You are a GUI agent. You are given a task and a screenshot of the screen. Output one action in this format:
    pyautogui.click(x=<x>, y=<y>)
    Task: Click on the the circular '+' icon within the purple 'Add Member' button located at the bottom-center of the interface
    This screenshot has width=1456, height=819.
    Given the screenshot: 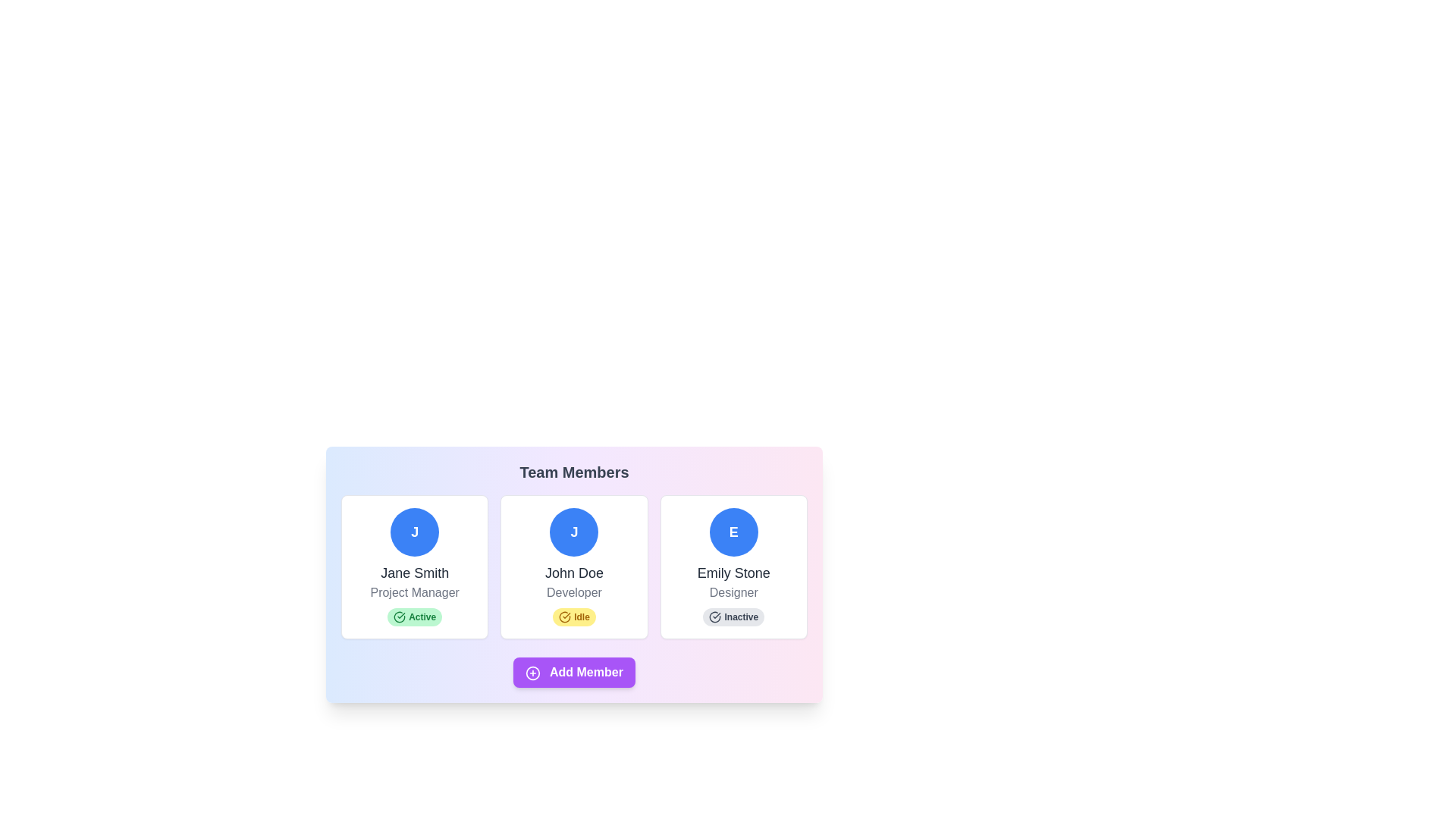 What is the action you would take?
    pyautogui.click(x=533, y=672)
    